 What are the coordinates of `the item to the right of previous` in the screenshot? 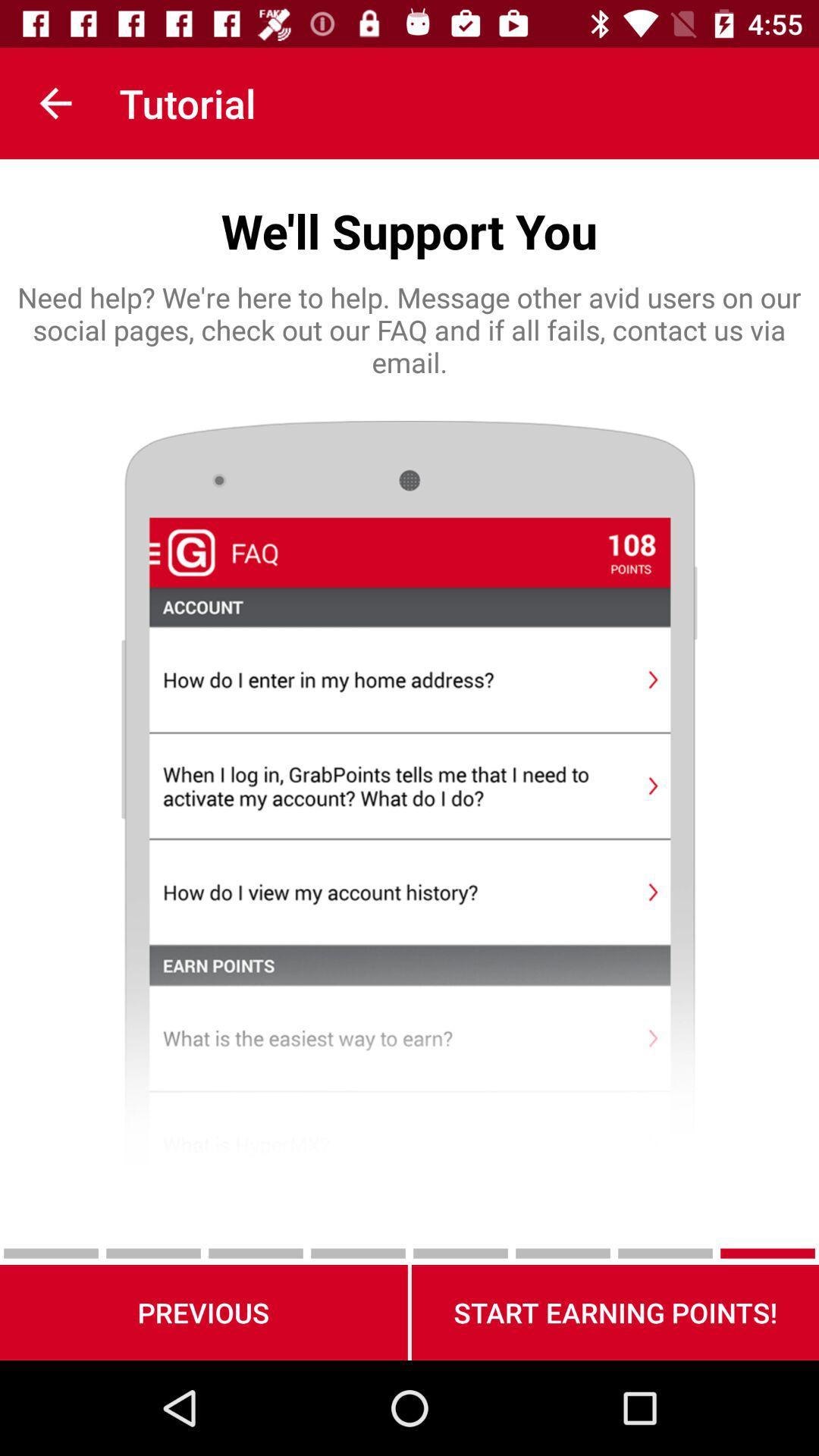 It's located at (615, 1312).